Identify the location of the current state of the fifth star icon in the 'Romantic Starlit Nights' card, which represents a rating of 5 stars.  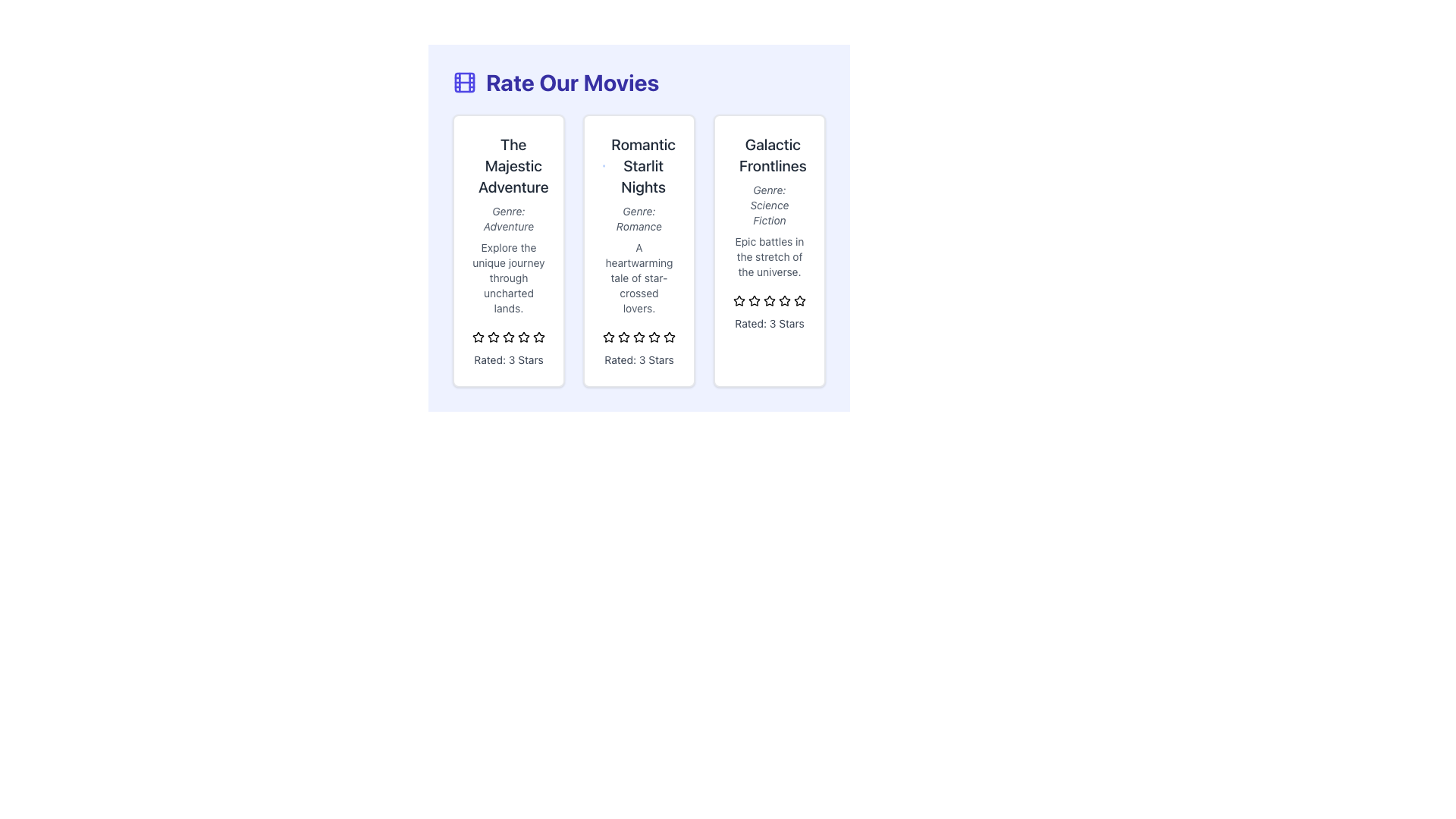
(639, 336).